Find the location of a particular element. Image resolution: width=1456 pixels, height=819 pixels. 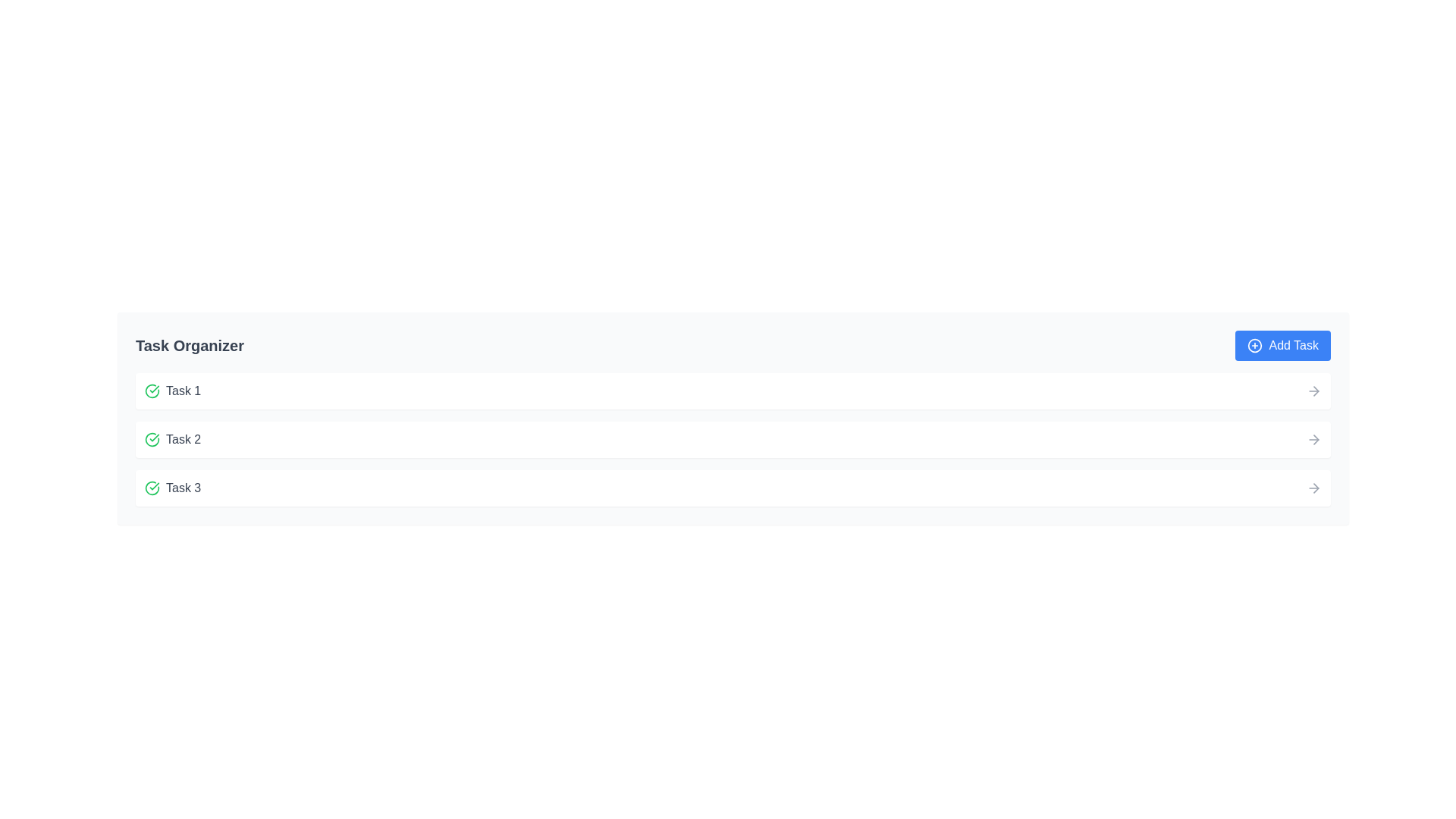

the 'Task 2' label which is a textual item with a green checked circle icon, positioned between 'Task 1' and 'Task 3' in a vertical list of tasks is located at coordinates (173, 439).